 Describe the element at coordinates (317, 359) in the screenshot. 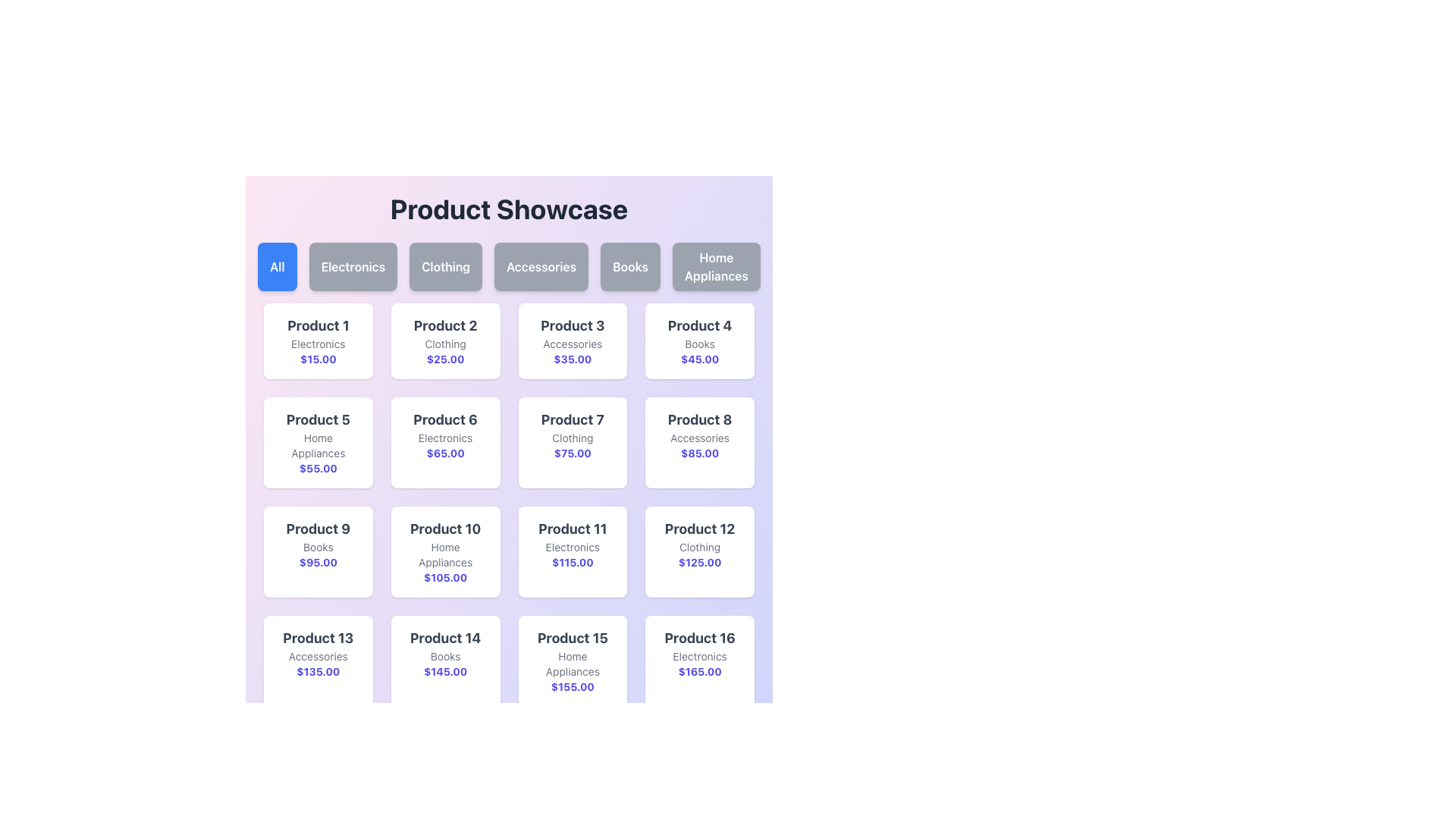

I see `price text displayed at the bottom of the first product card under 'Product 1' in the 'Electronics' category` at that location.